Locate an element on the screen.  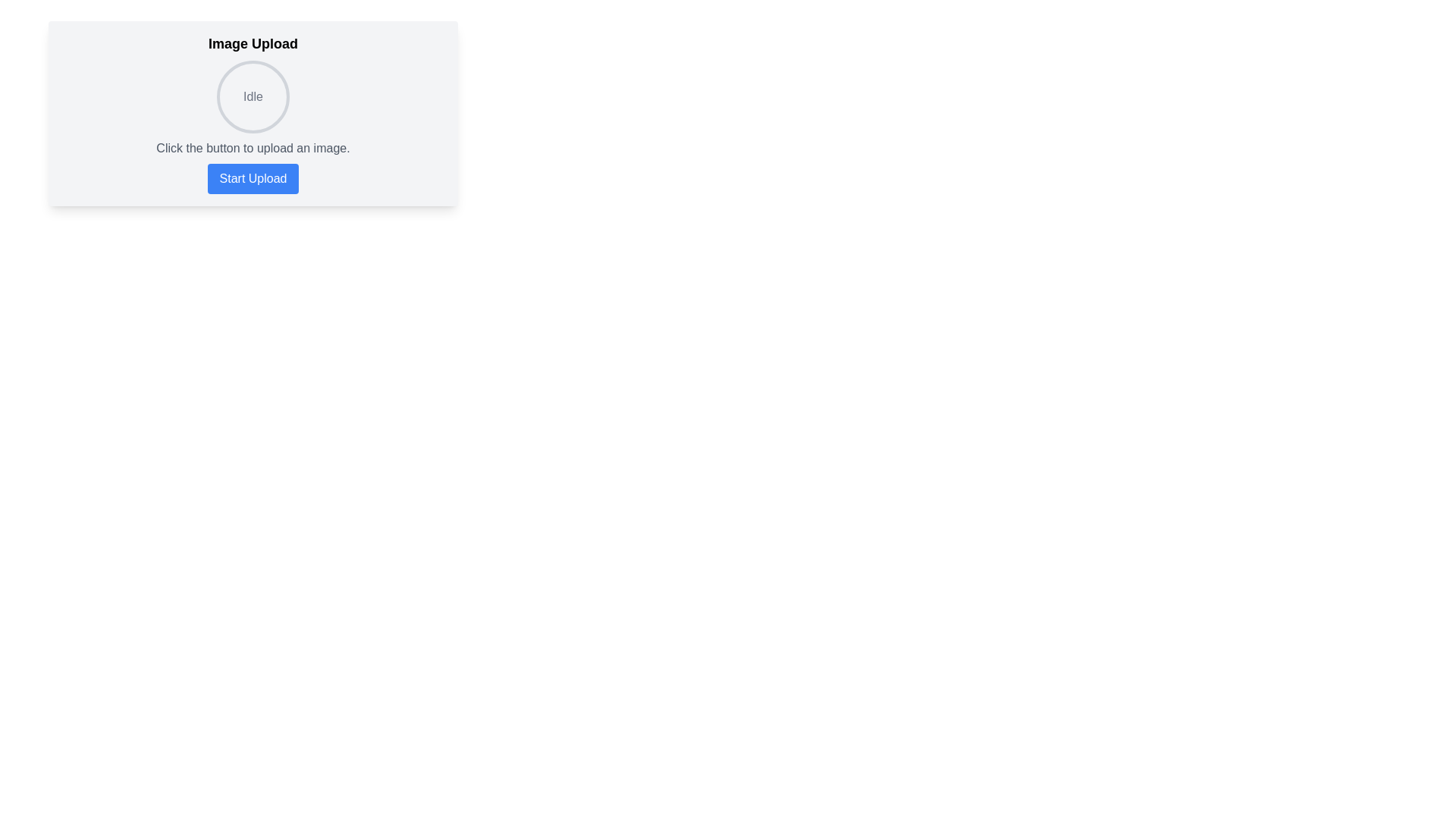
the text block that says 'Click the button to upload an image.' which is styled in medium gray and positioned between a circular area labeled 'Idle' and a blue button labeled 'Start Upload' is located at coordinates (253, 149).